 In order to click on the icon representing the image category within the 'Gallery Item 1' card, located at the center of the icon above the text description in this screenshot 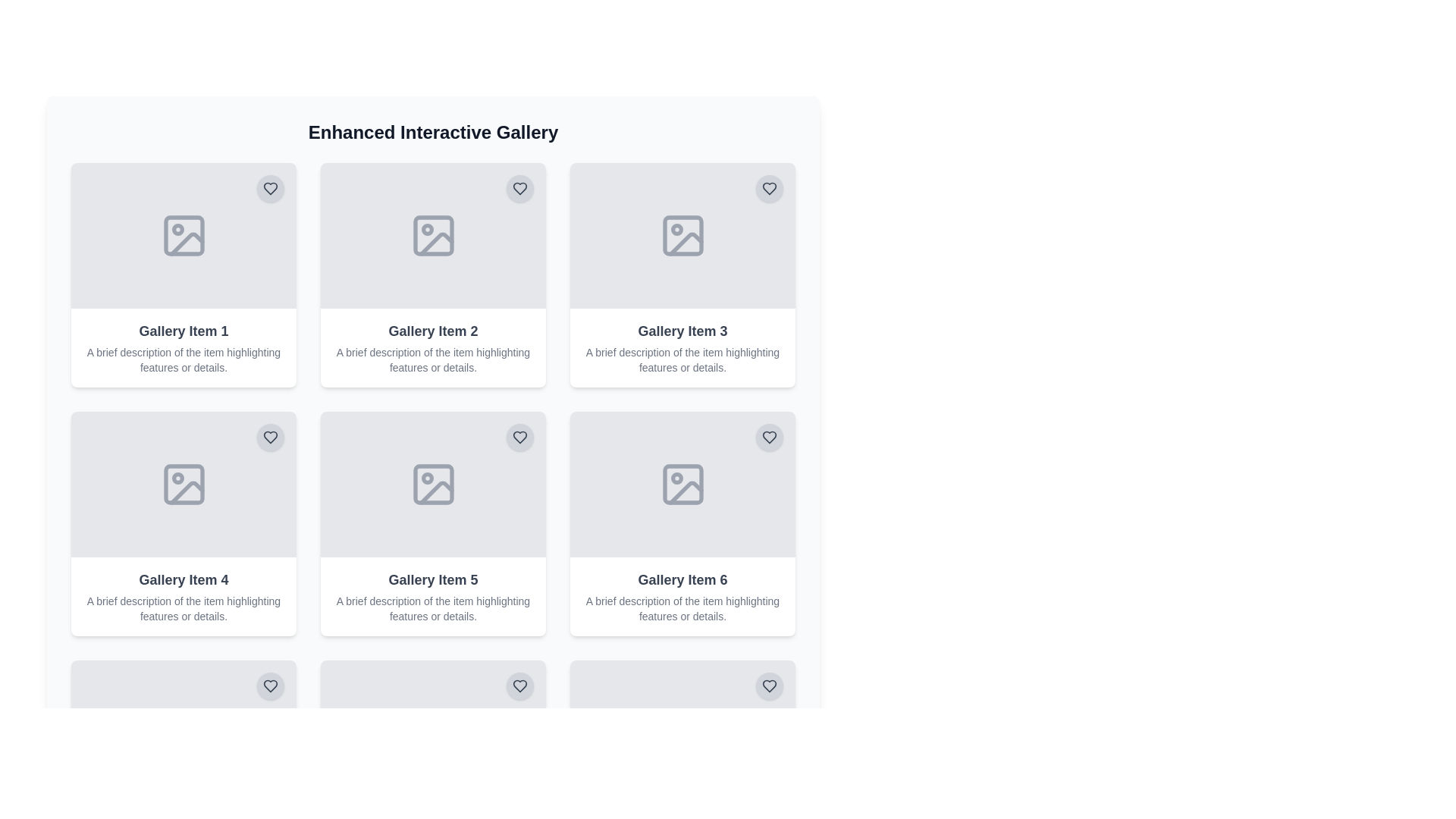, I will do `click(186, 243)`.